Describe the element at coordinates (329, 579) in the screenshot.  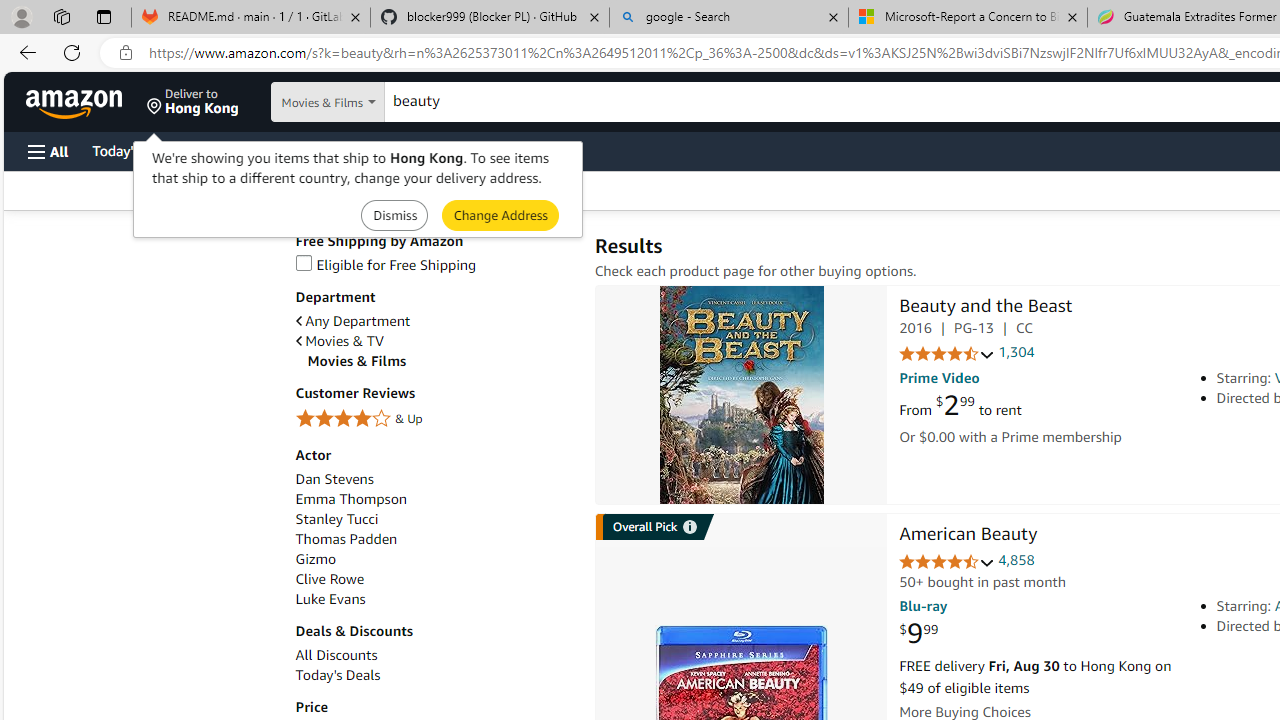
I see `'Clive Rowe'` at that location.